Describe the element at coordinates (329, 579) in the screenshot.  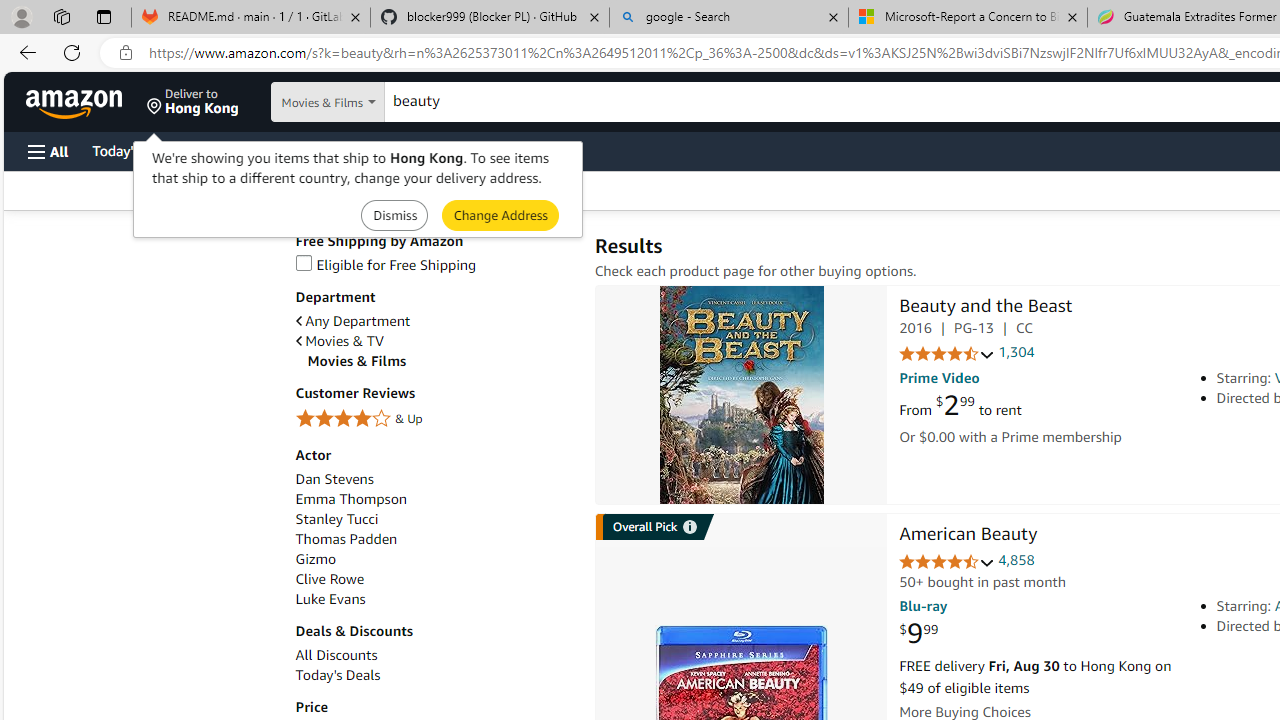
I see `'Clive Rowe'` at that location.